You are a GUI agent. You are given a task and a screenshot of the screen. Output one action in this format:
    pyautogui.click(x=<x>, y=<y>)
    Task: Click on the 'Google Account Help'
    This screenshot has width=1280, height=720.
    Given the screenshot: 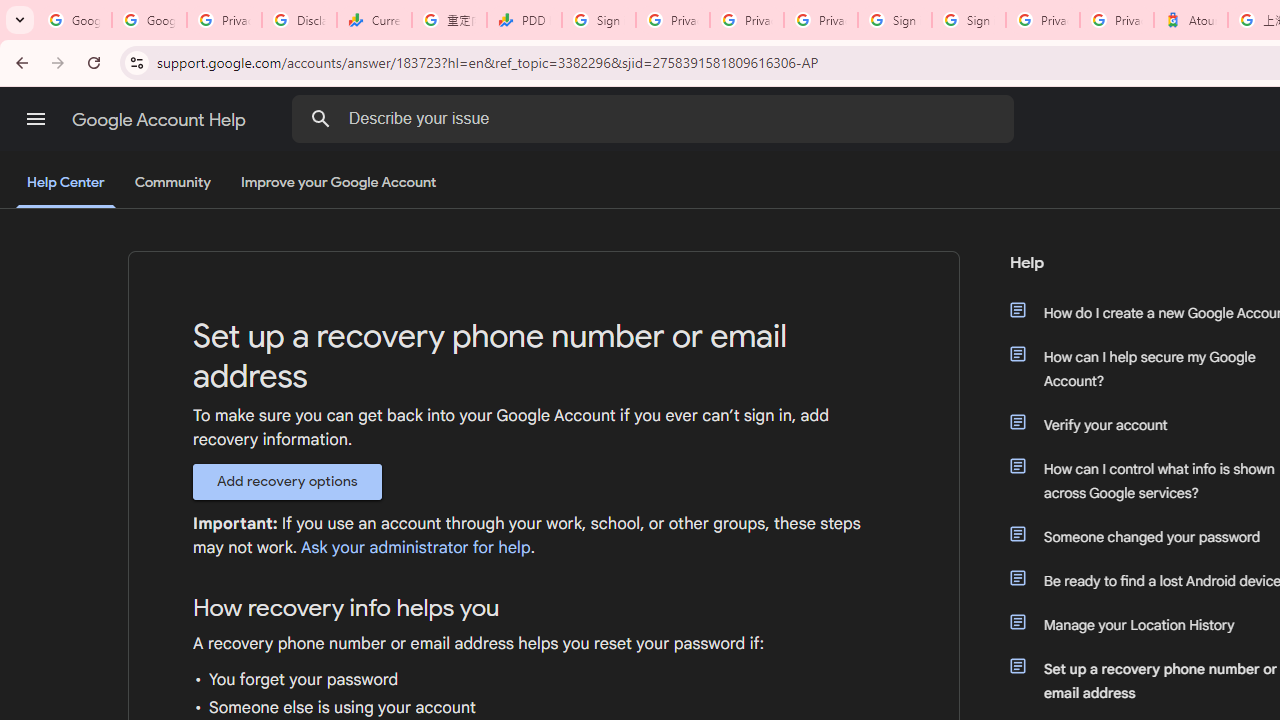 What is the action you would take?
    pyautogui.click(x=160, y=119)
    